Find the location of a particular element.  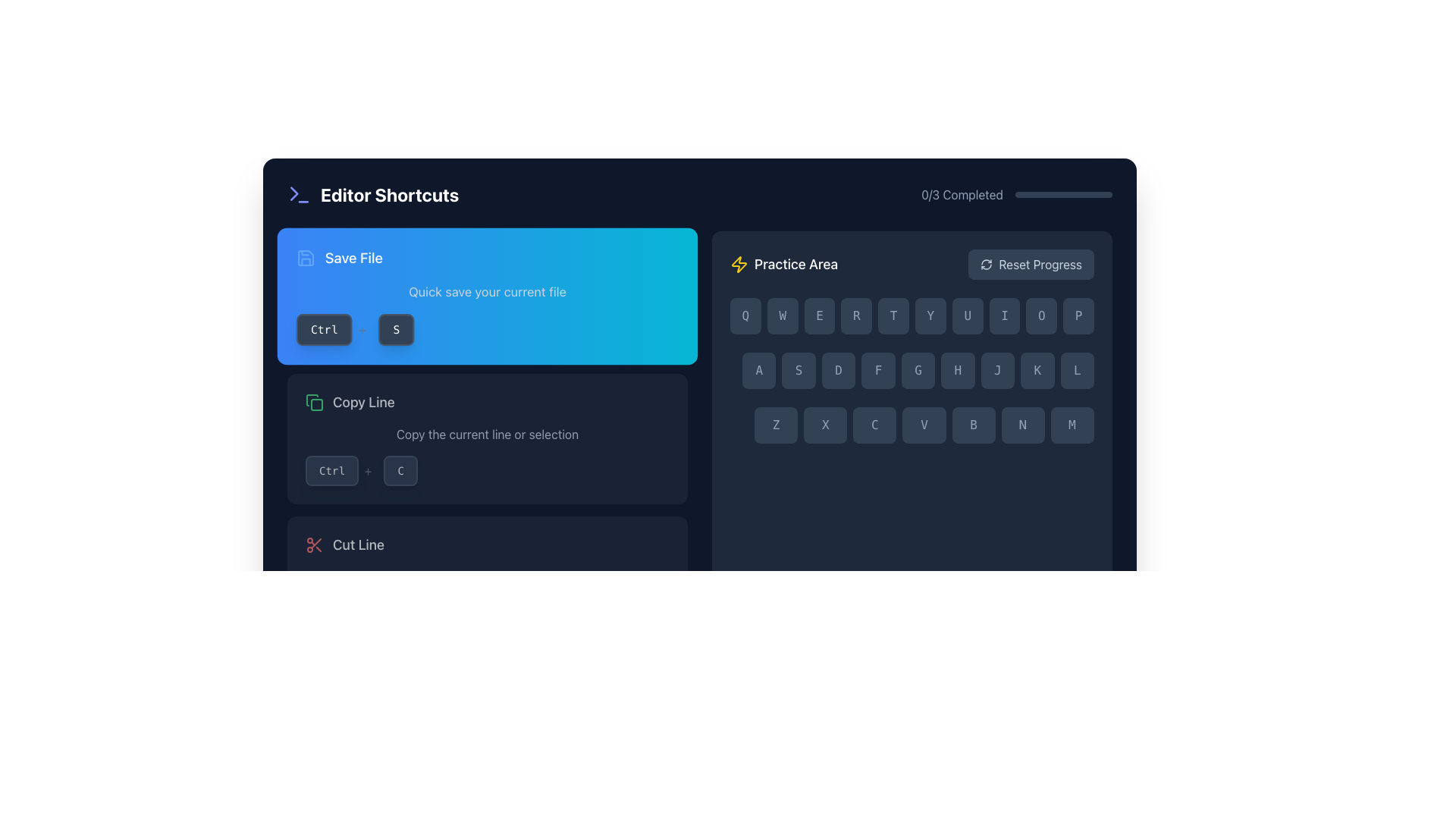

the leftmost inner graphical component of the 'Copy Line' SVG icon is located at coordinates (312, 400).